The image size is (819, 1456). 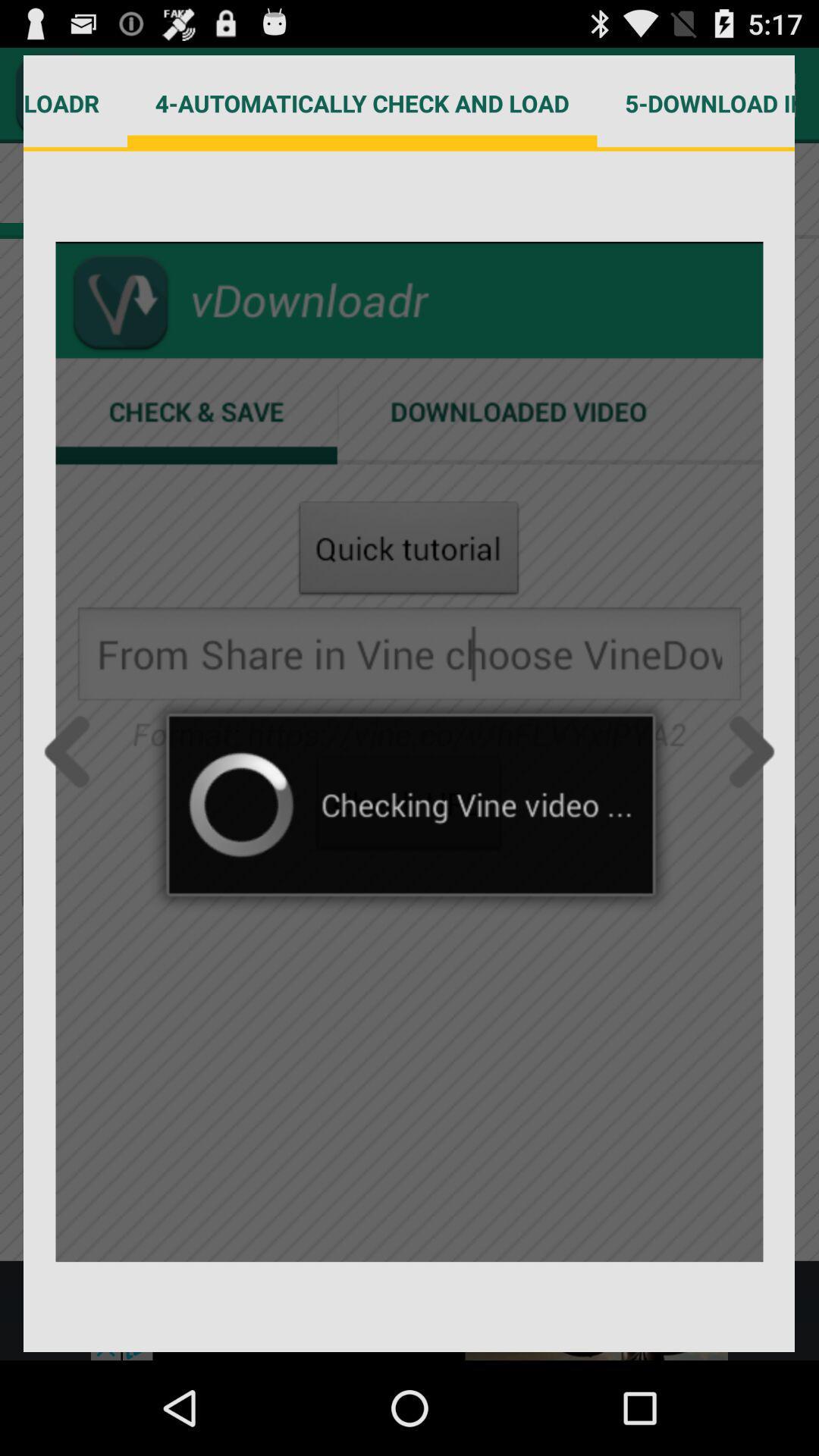 I want to click on the 5 download in, so click(x=696, y=102).